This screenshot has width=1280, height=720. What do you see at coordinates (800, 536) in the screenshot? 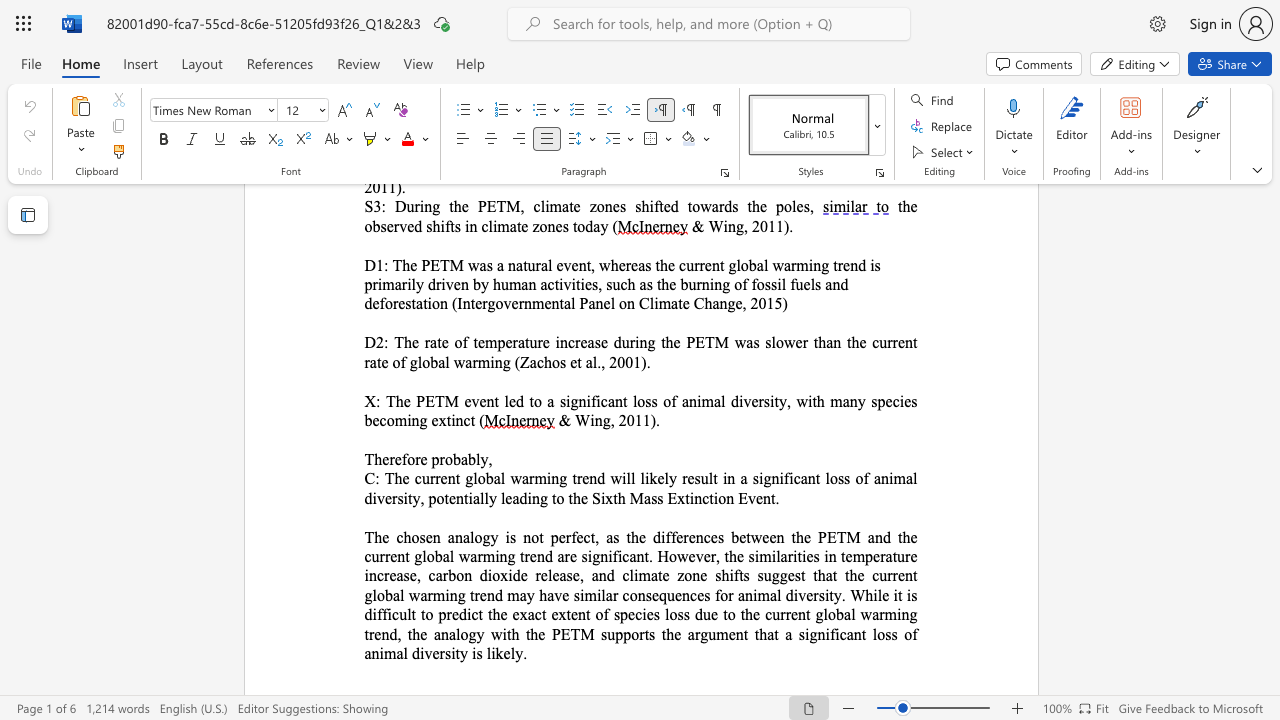
I see `the 4th character "h" in the text` at bounding box center [800, 536].